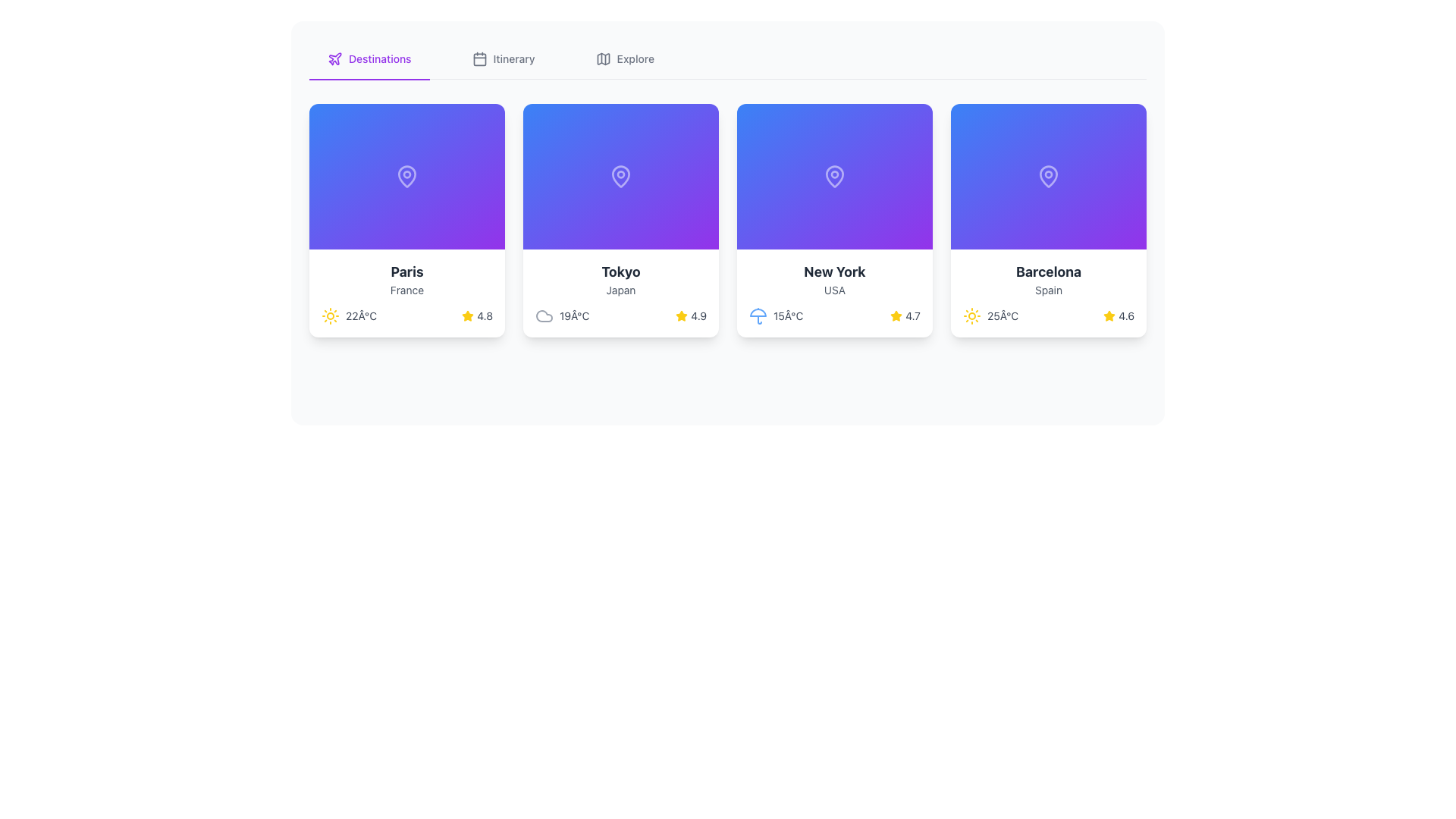 Image resolution: width=1456 pixels, height=819 pixels. Describe the element at coordinates (833, 290) in the screenshot. I see `the text label displaying 'USA', which is prominently centered below the title 'New York' within the card layout` at that location.